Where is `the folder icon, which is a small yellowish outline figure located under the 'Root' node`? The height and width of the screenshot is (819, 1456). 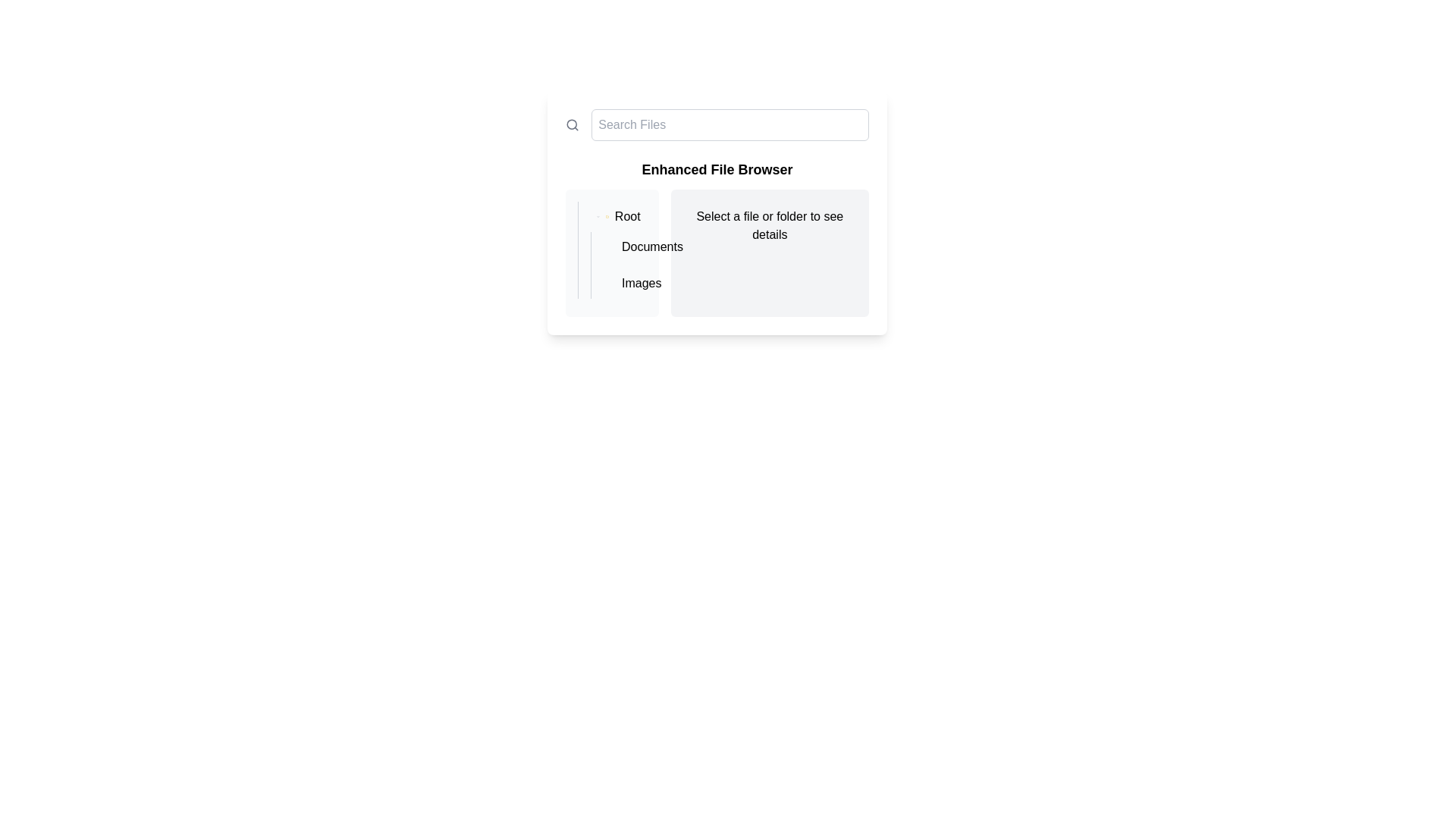
the folder icon, which is a small yellowish outline figure located under the 'Root' node is located at coordinates (625, 248).